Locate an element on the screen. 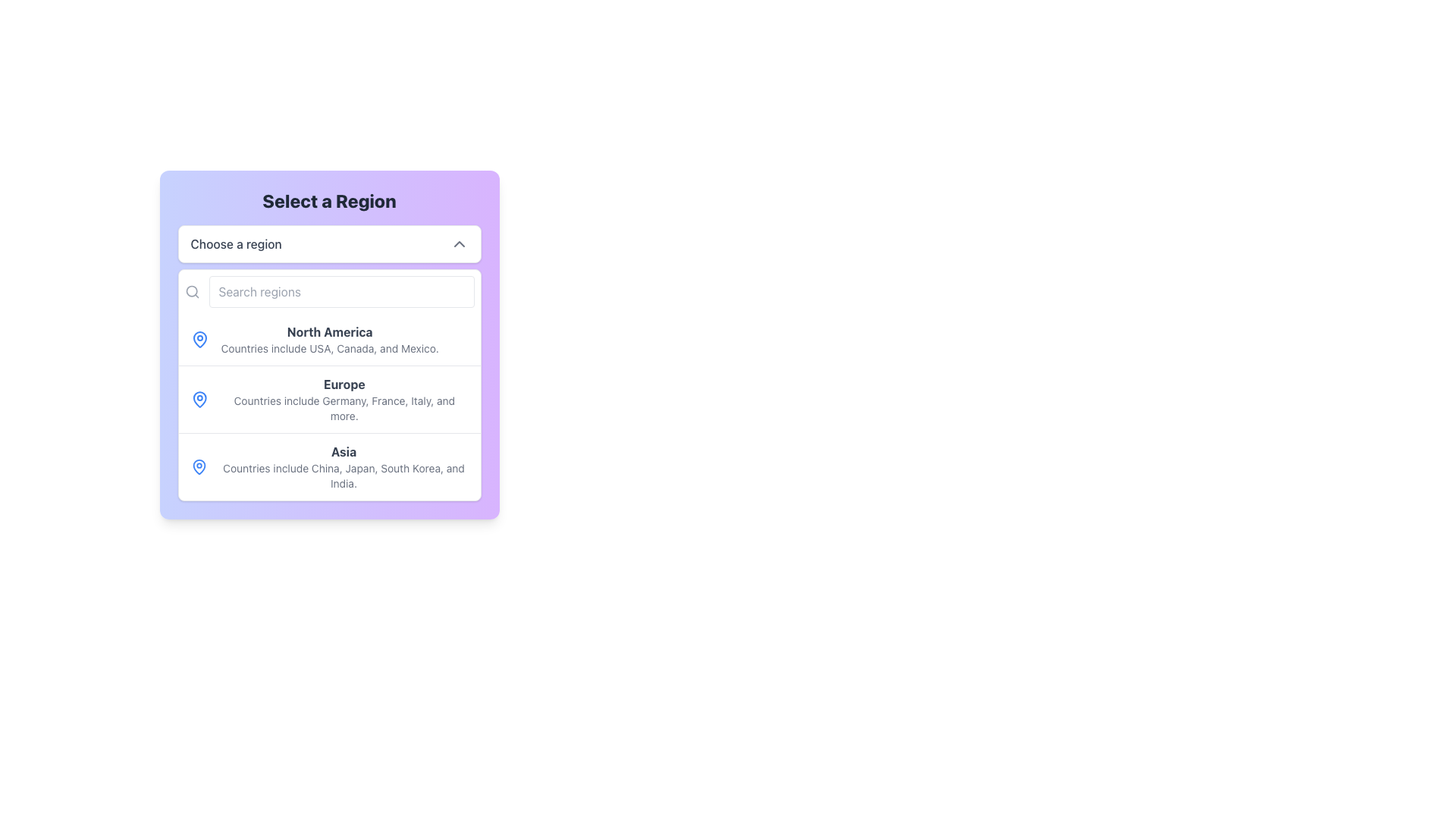 The width and height of the screenshot is (1456, 819). the third item in the dropdown menu labeled 'Asia' is located at coordinates (328, 466).